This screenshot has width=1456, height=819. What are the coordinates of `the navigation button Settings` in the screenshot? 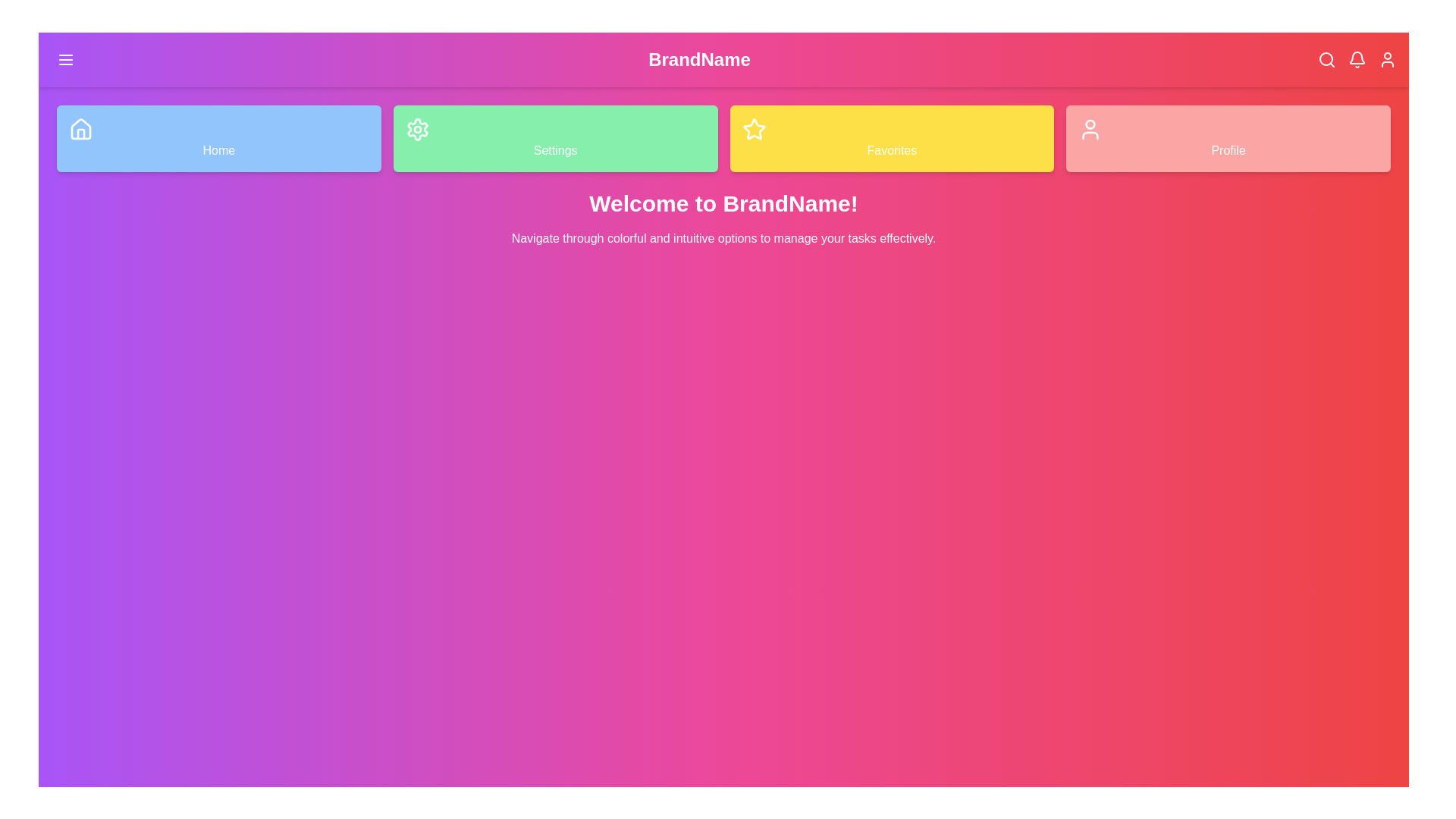 It's located at (554, 138).